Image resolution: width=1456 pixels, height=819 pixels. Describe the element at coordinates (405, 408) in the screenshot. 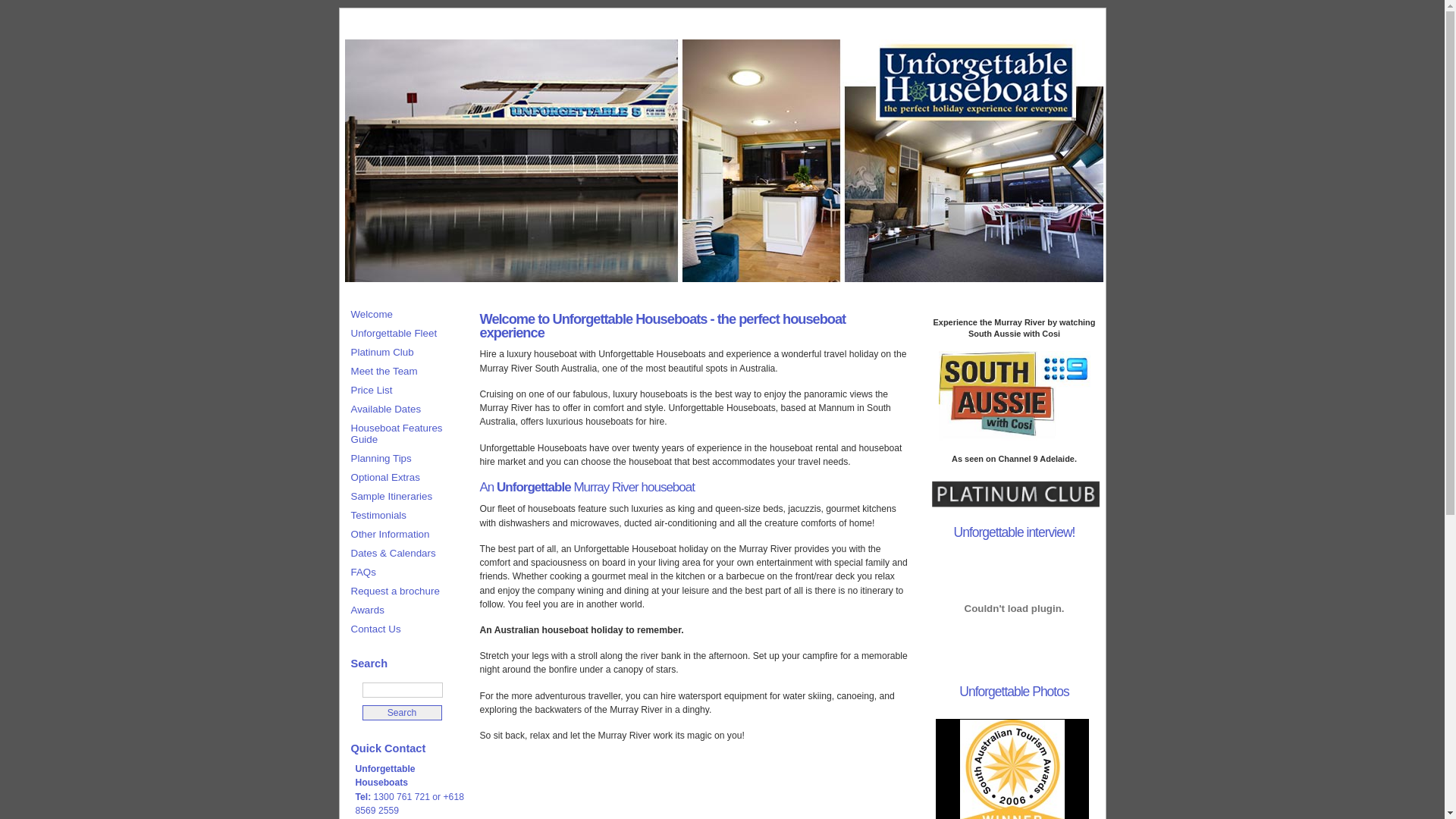

I see `'Available Dates'` at that location.